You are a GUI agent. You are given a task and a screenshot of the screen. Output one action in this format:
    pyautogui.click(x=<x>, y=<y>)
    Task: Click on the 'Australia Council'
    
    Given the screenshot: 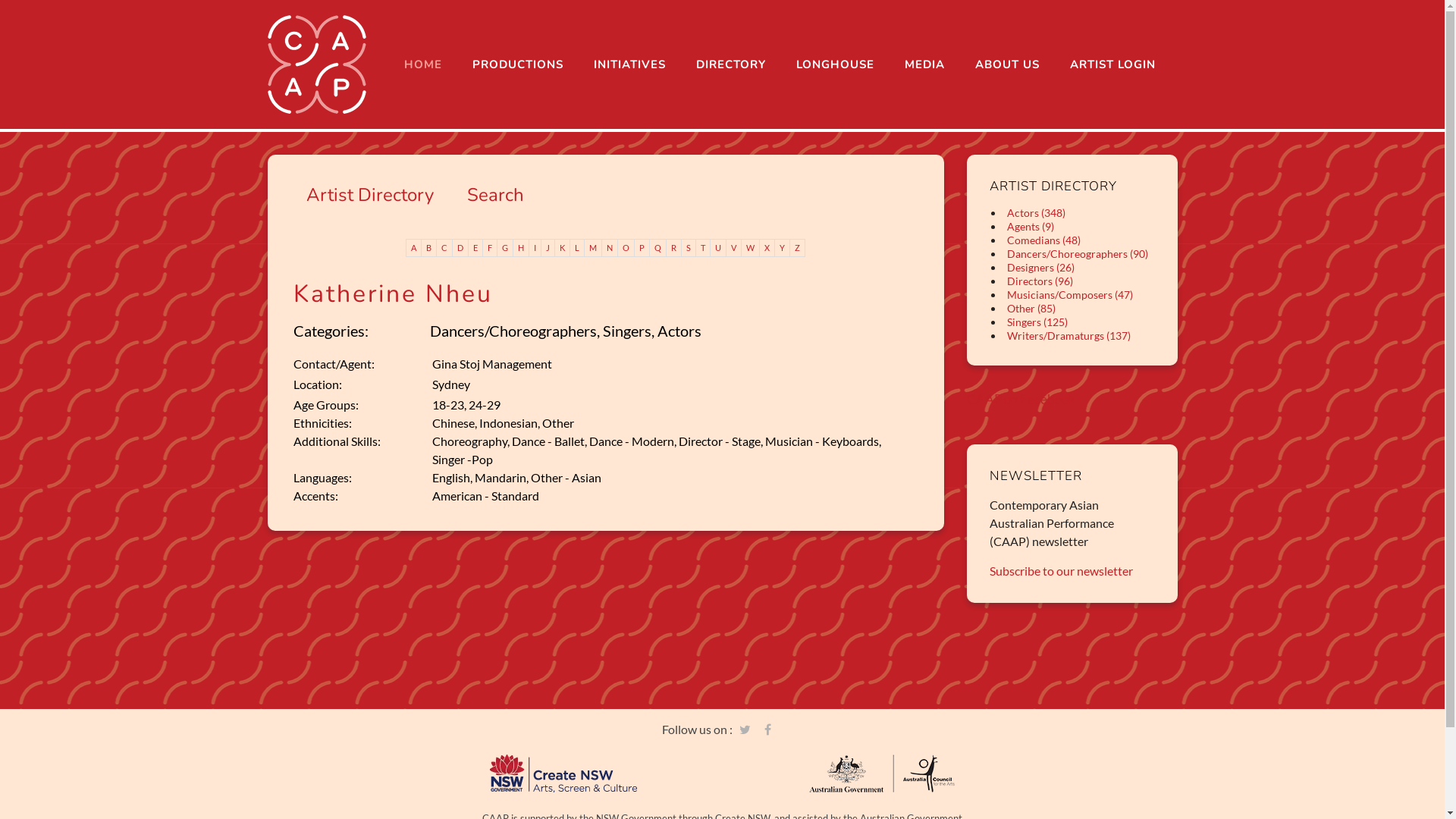 What is the action you would take?
    pyautogui.click(x=880, y=773)
    